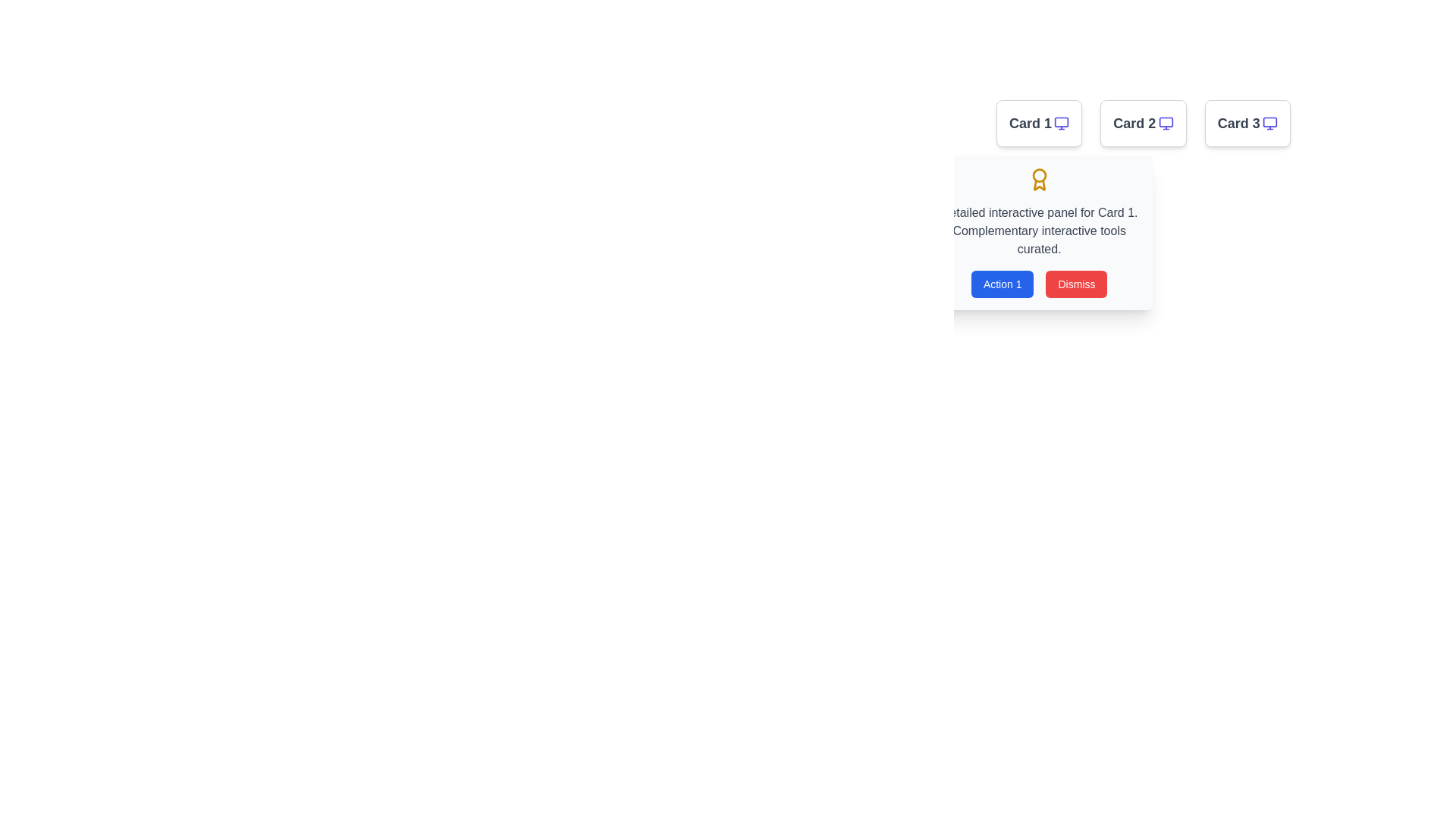 Image resolution: width=1456 pixels, height=819 pixels. What do you see at coordinates (1076, 284) in the screenshot?
I see `the 'Dismiss' button, which is a rectangular button with rounded corners, featuring a red background and white text. It is located towards the bottom right of the interface, following the 'Action 1' button` at bounding box center [1076, 284].